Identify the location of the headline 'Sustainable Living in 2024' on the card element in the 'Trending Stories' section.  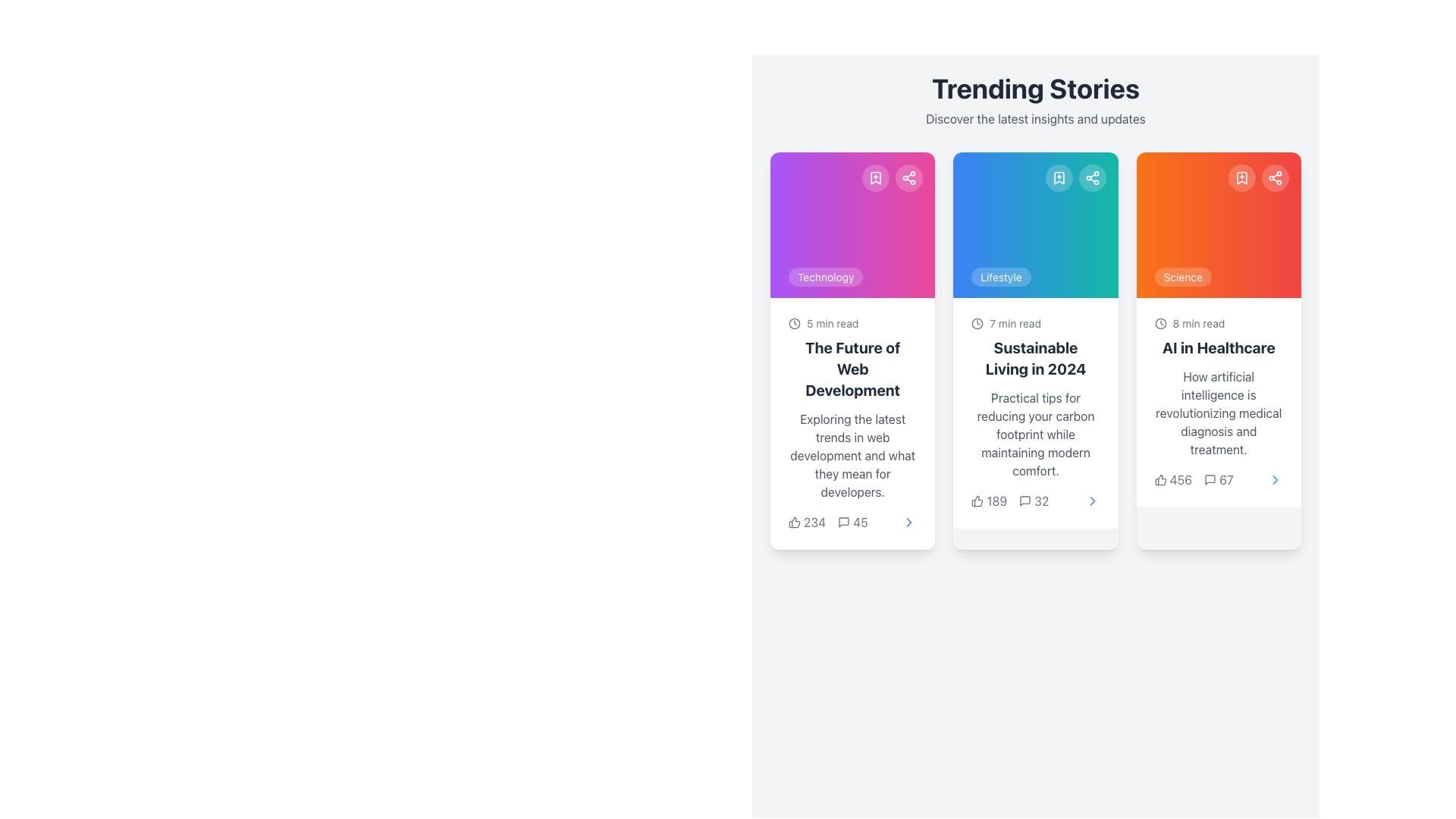
(1035, 413).